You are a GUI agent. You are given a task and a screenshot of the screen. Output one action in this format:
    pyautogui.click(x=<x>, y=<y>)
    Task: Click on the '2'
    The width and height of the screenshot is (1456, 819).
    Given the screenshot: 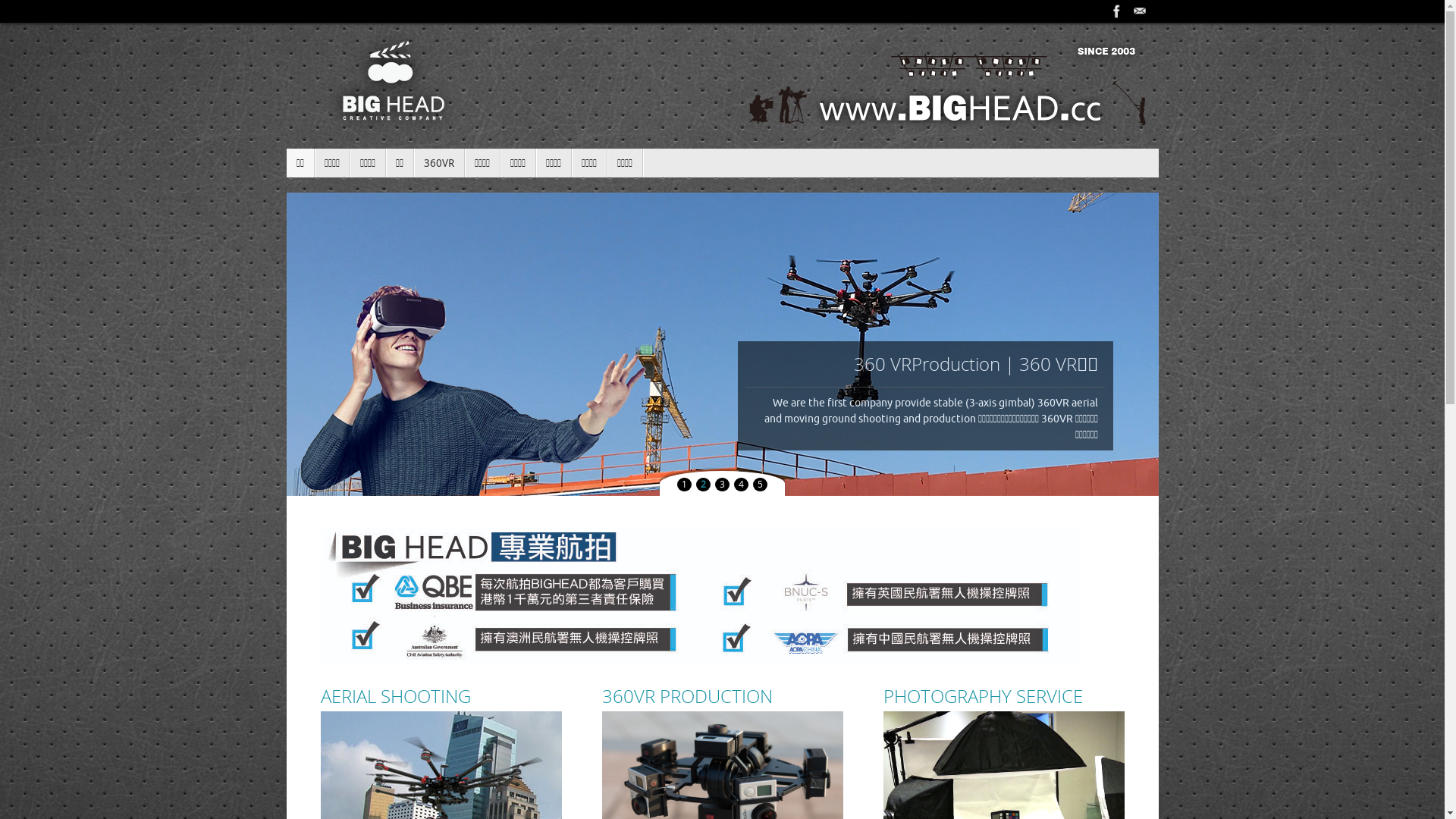 What is the action you would take?
    pyautogui.click(x=702, y=485)
    